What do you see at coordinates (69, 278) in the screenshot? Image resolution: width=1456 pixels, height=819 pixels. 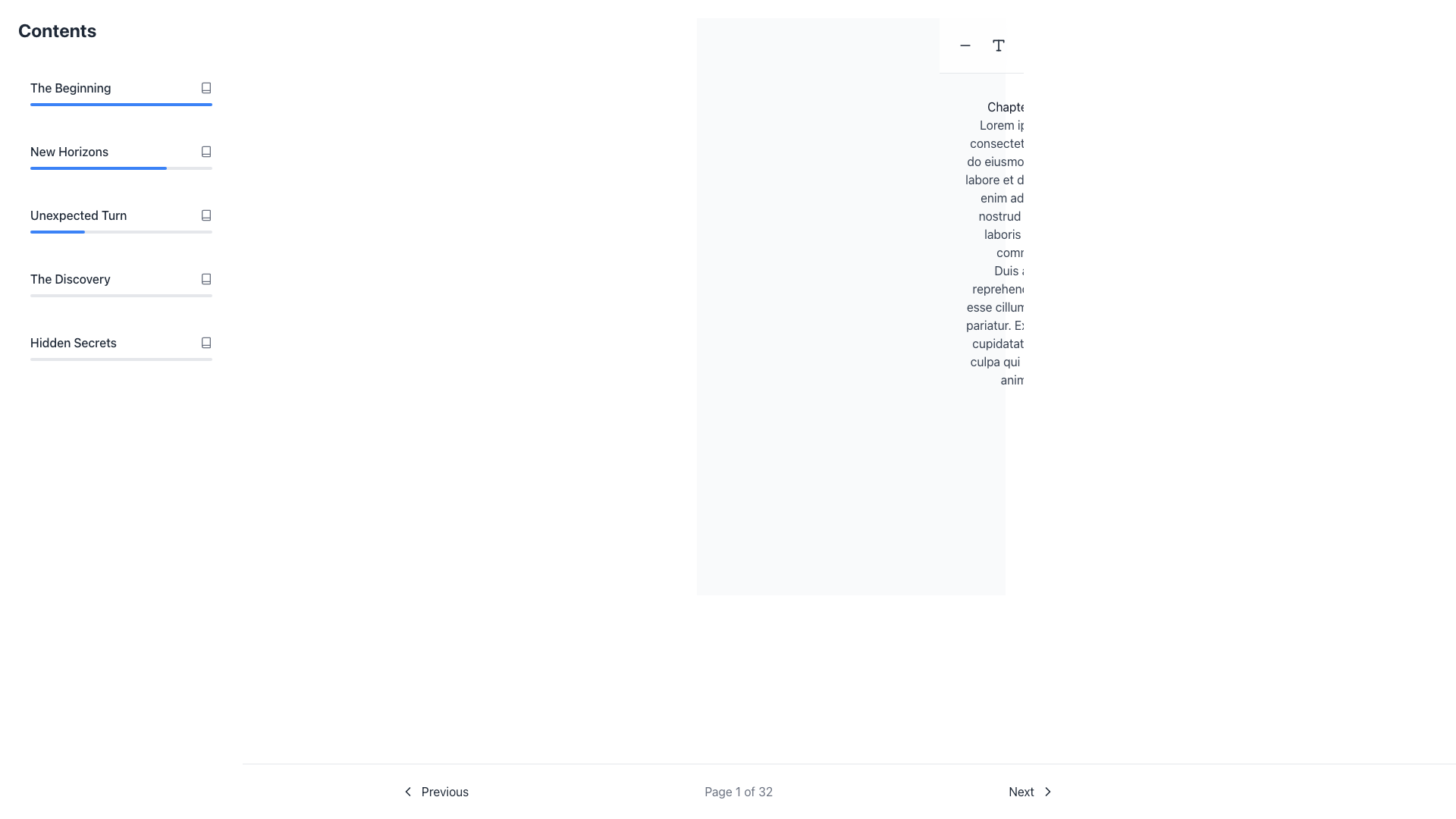 I see `the text label displaying 'The Discovery' in the left sidebar` at bounding box center [69, 278].